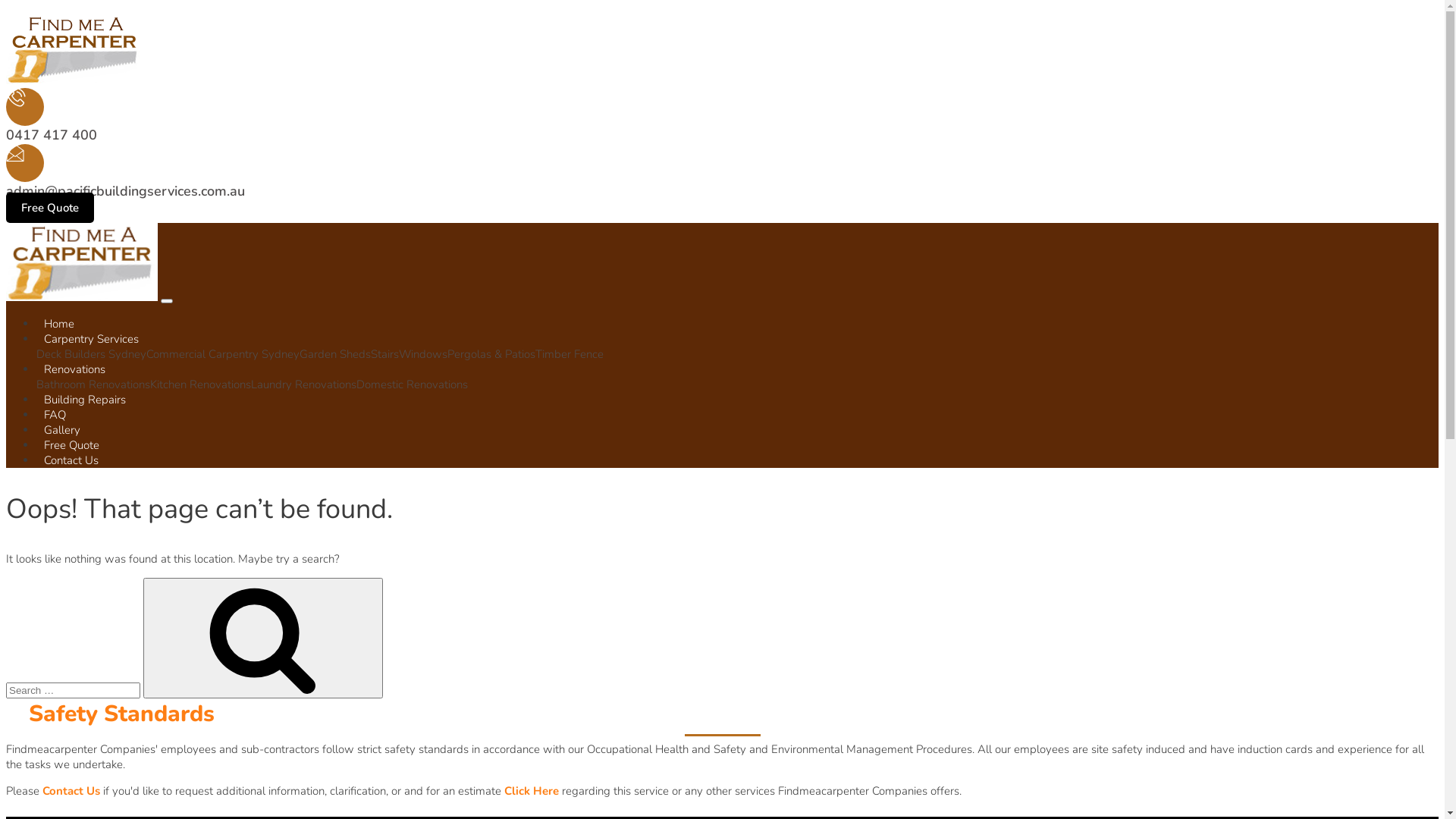 The height and width of the screenshot is (819, 1456). What do you see at coordinates (199, 383) in the screenshot?
I see `'Kitchen Renovations'` at bounding box center [199, 383].